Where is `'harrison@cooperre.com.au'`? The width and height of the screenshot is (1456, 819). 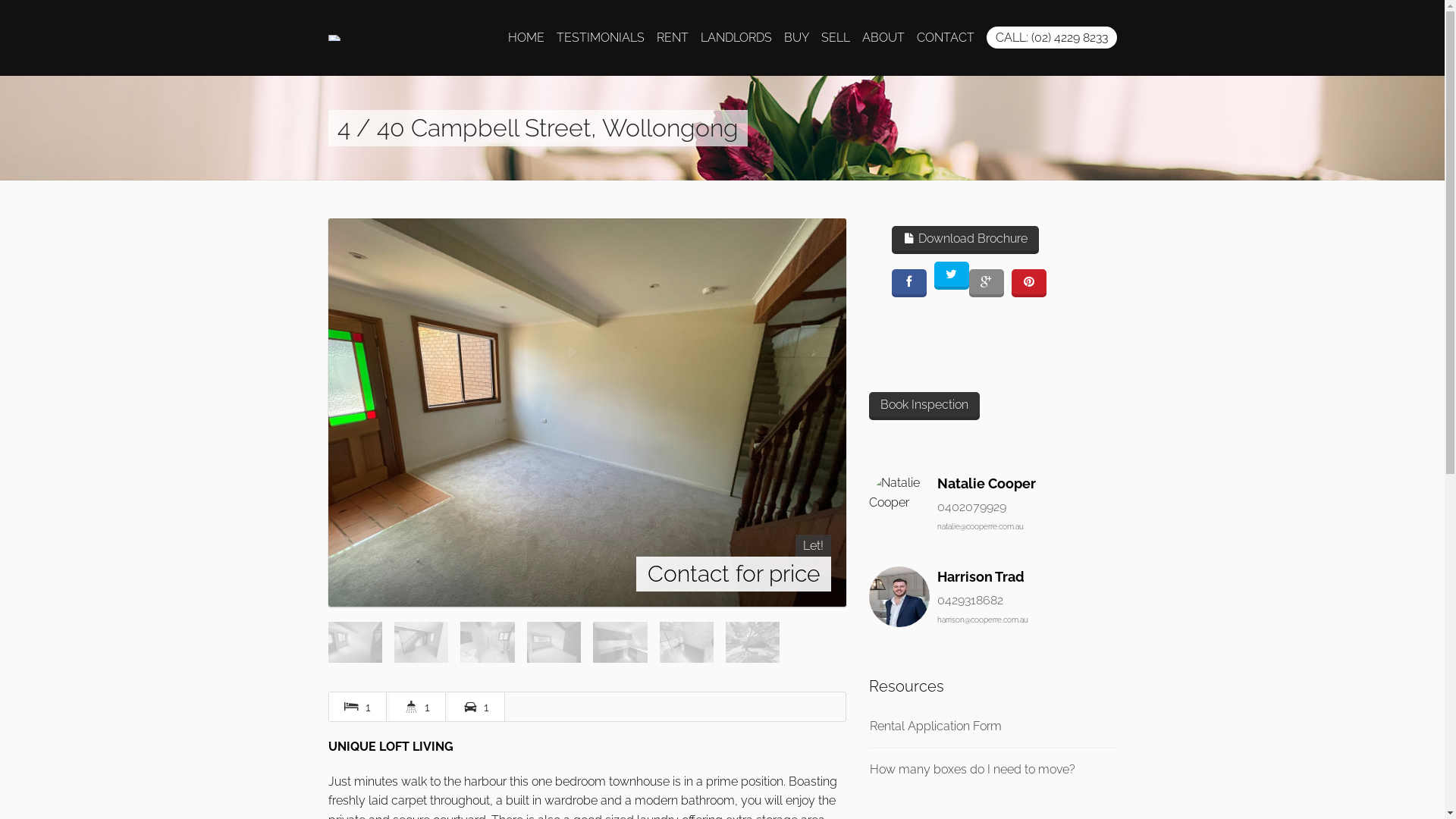 'harrison@cooperre.com.au' is located at coordinates (983, 620).